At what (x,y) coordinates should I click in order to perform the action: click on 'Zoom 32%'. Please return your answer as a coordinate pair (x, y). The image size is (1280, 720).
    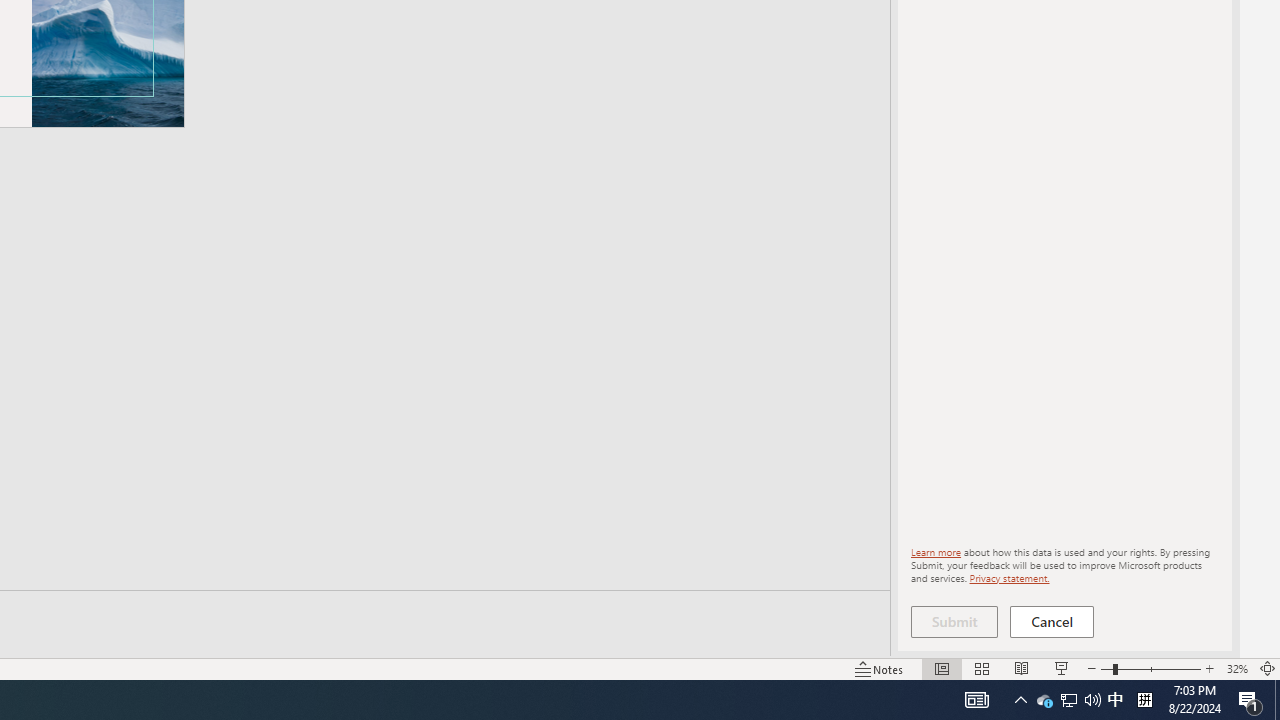
    Looking at the image, I should click on (1236, 669).